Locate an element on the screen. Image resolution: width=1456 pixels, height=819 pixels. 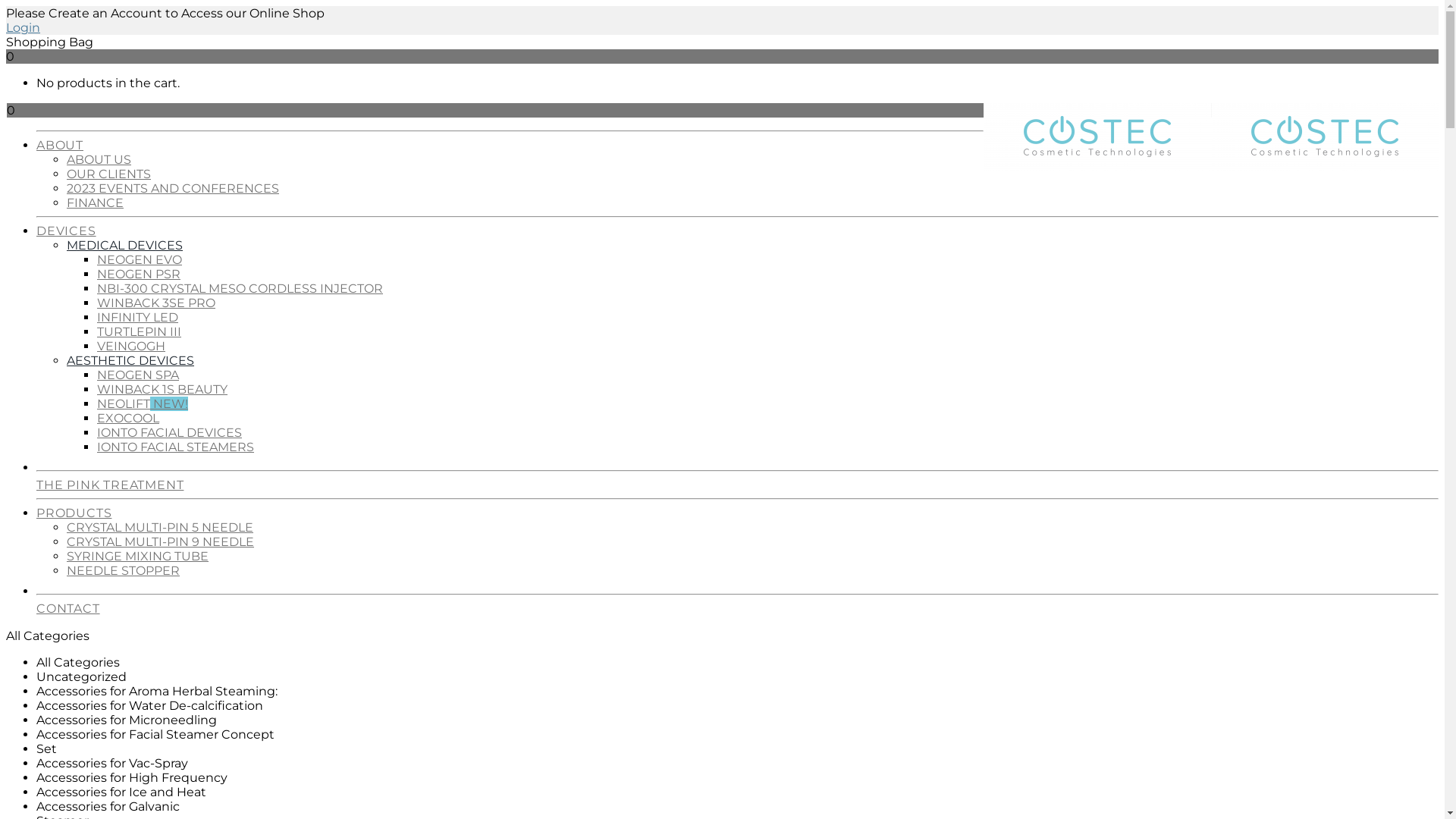
'NBI-300 CRYSTAL MESO CORDLESS INJECTOR' is located at coordinates (239, 288).